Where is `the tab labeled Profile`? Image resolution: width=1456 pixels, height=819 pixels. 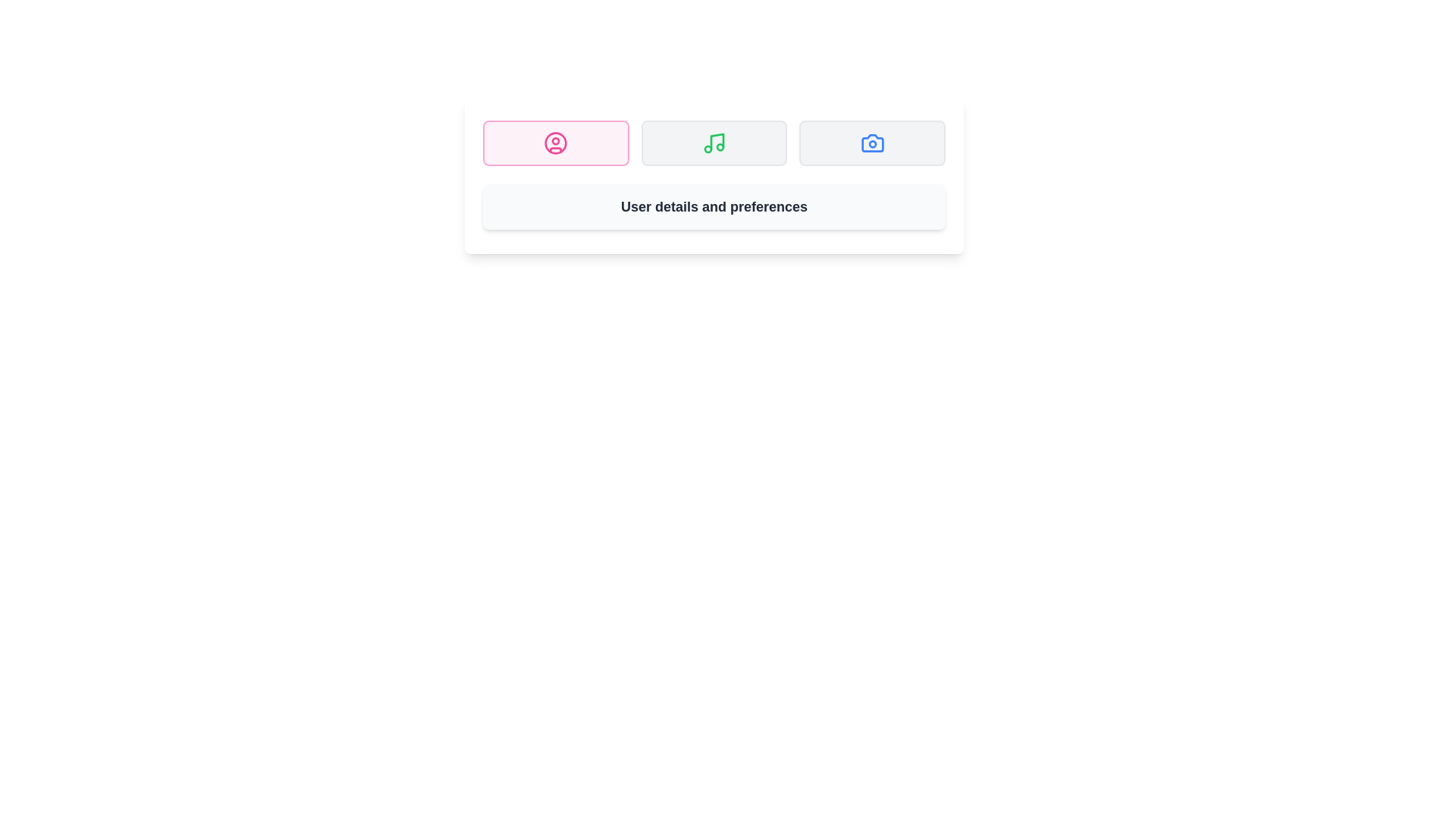 the tab labeled Profile is located at coordinates (555, 143).